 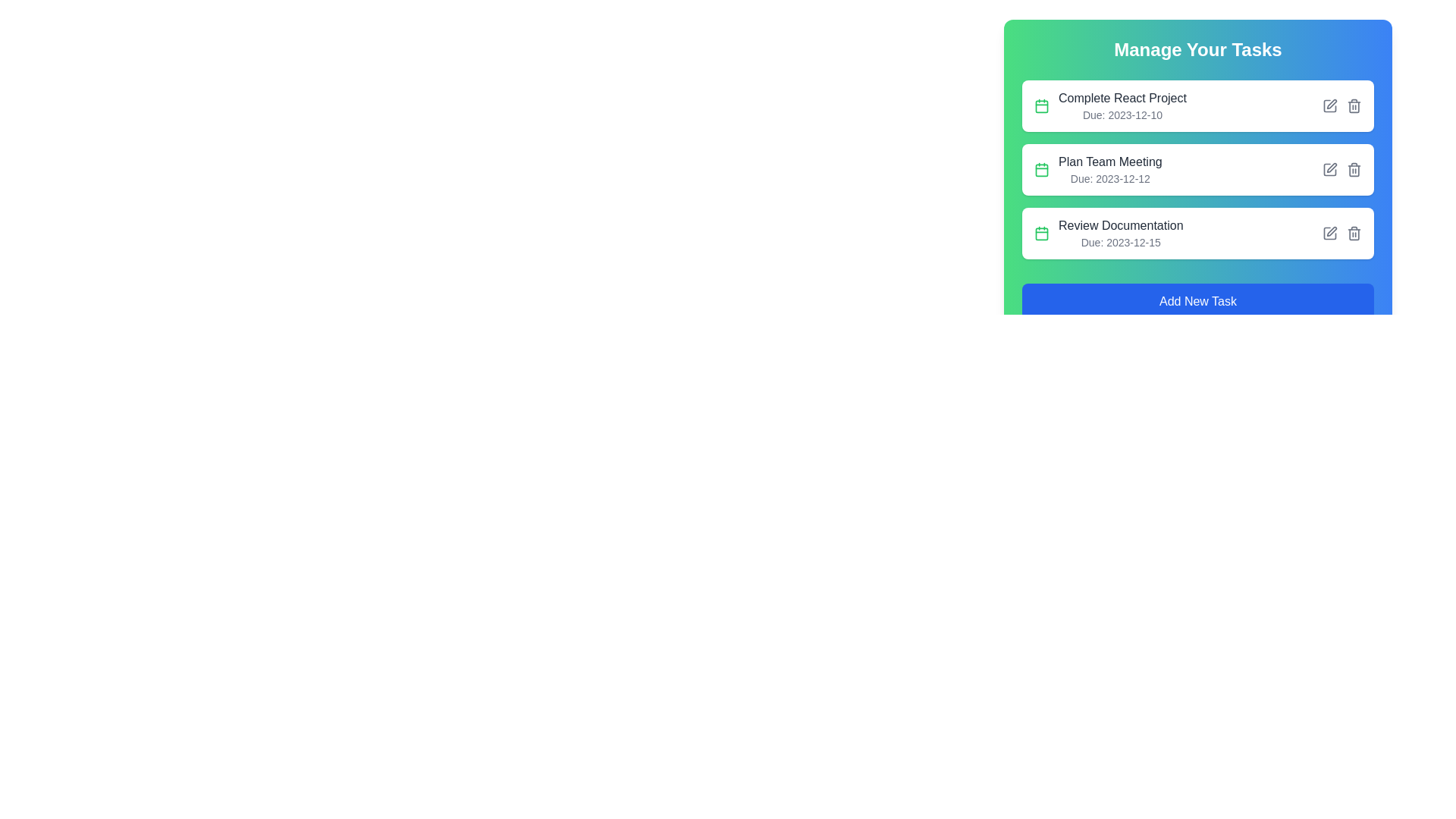 What do you see at coordinates (1040, 234) in the screenshot?
I see `the decorative graphical element that is a rounded rectangle shape within the calendar icon next to the 'Review Documentation' task` at bounding box center [1040, 234].